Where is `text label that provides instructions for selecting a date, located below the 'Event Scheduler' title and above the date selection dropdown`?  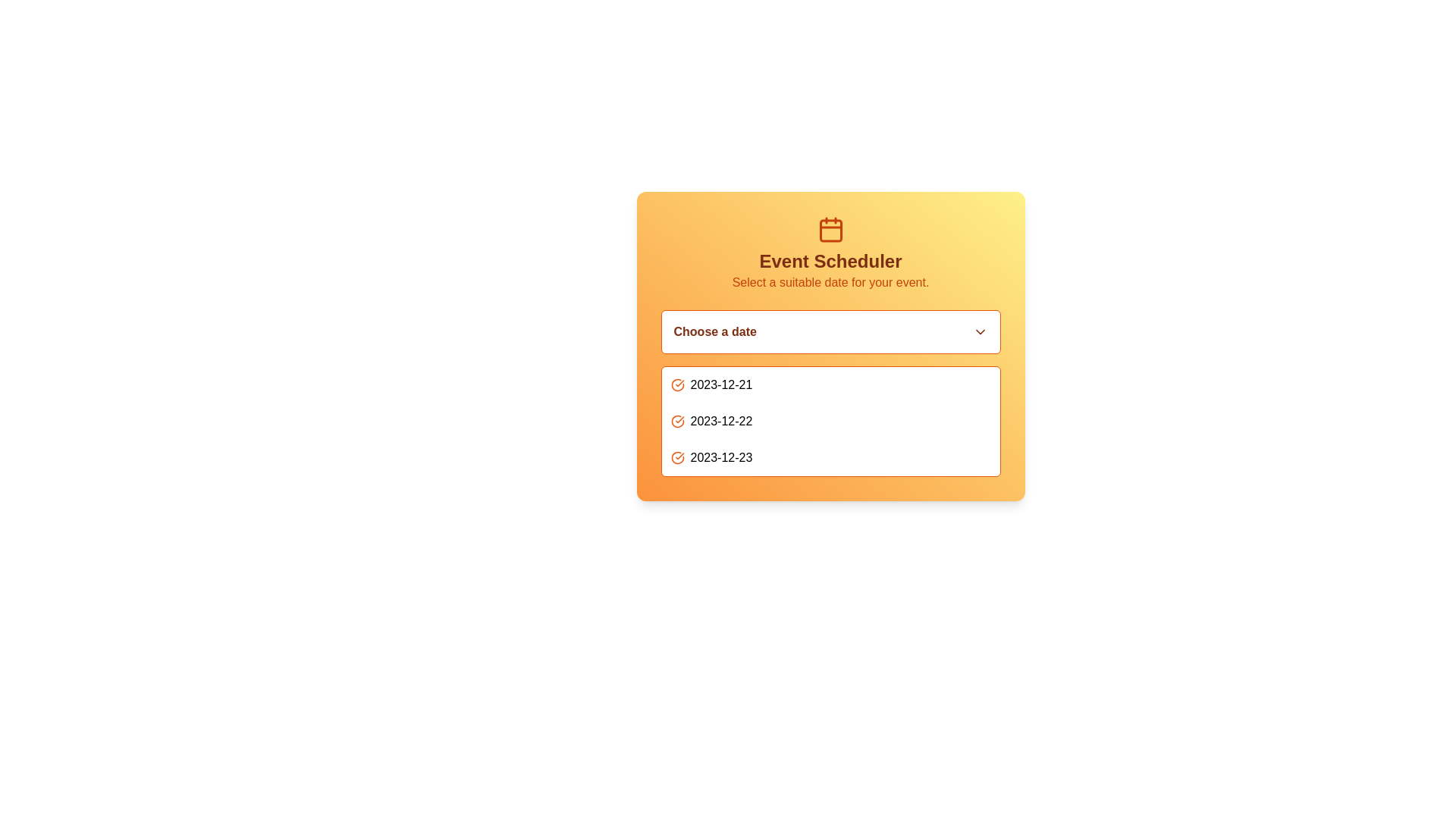
text label that provides instructions for selecting a date, located below the 'Event Scheduler' title and above the date selection dropdown is located at coordinates (830, 283).